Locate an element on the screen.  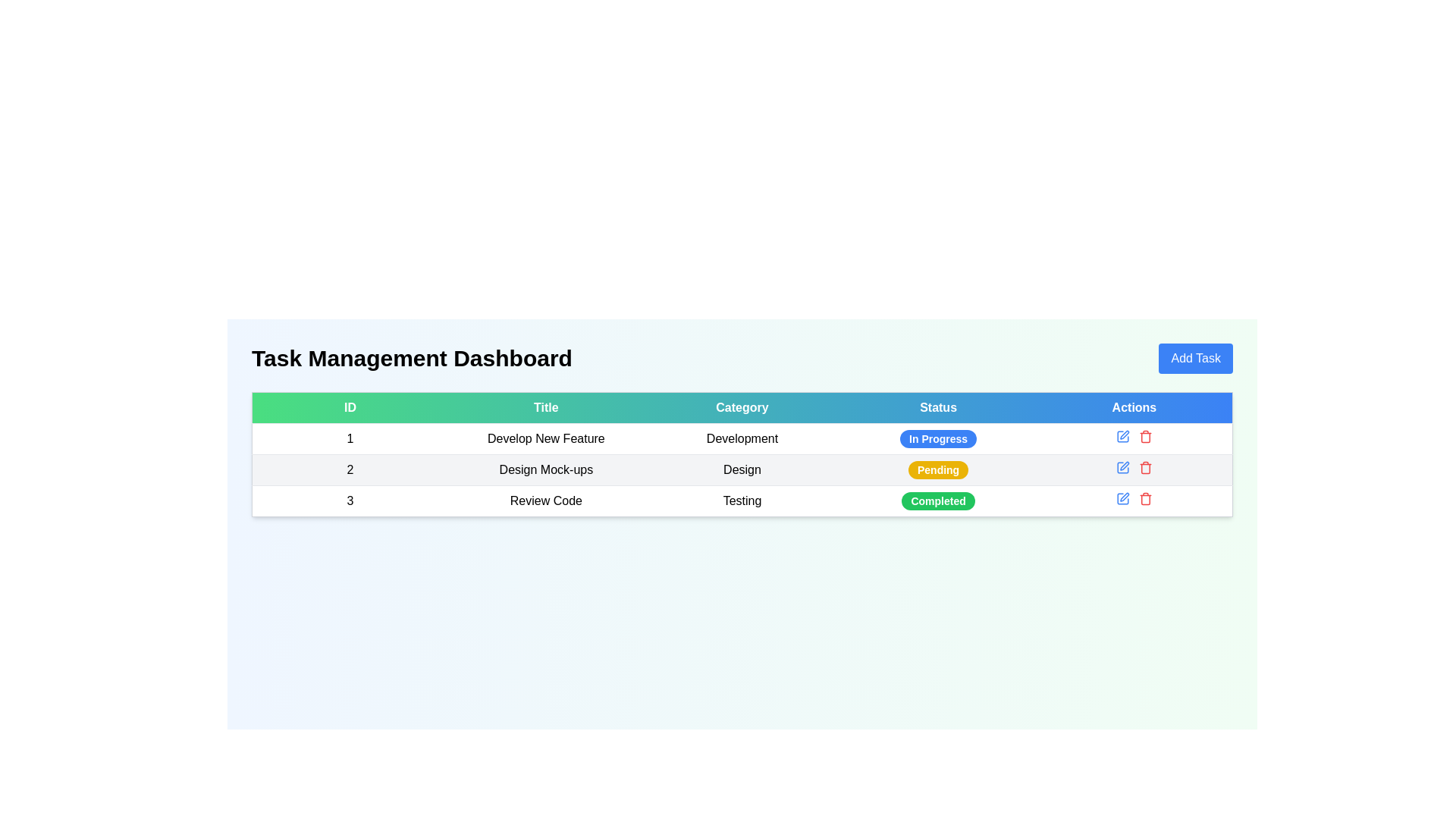
the 'Testing' text label in the third row of the table under the 'Category' column, which is displayed in bold, black font against a white background is located at coordinates (742, 500).